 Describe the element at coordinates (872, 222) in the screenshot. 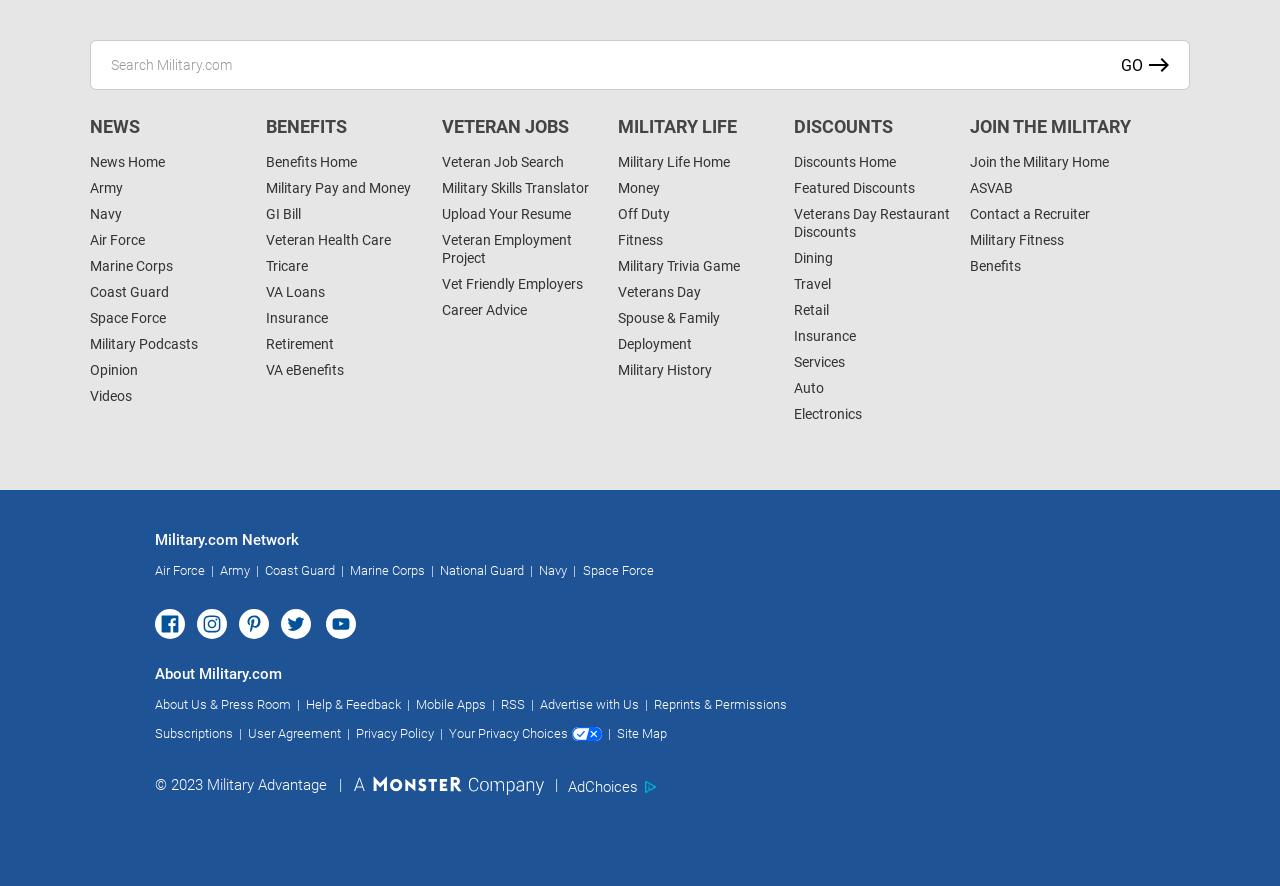

I see `'Veterans Day Restaurant Discounts'` at that location.